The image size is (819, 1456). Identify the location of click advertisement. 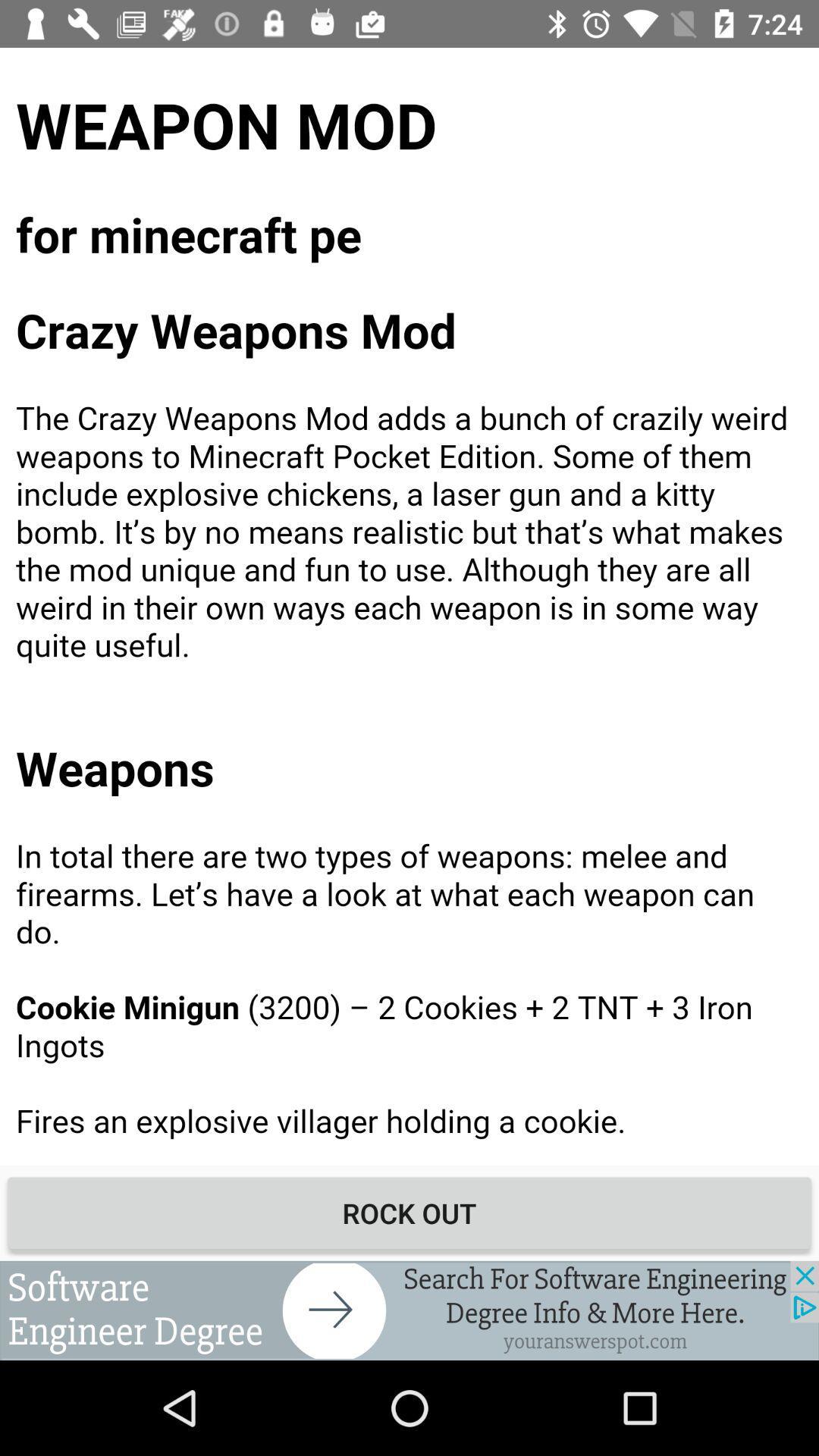
(409, 1310).